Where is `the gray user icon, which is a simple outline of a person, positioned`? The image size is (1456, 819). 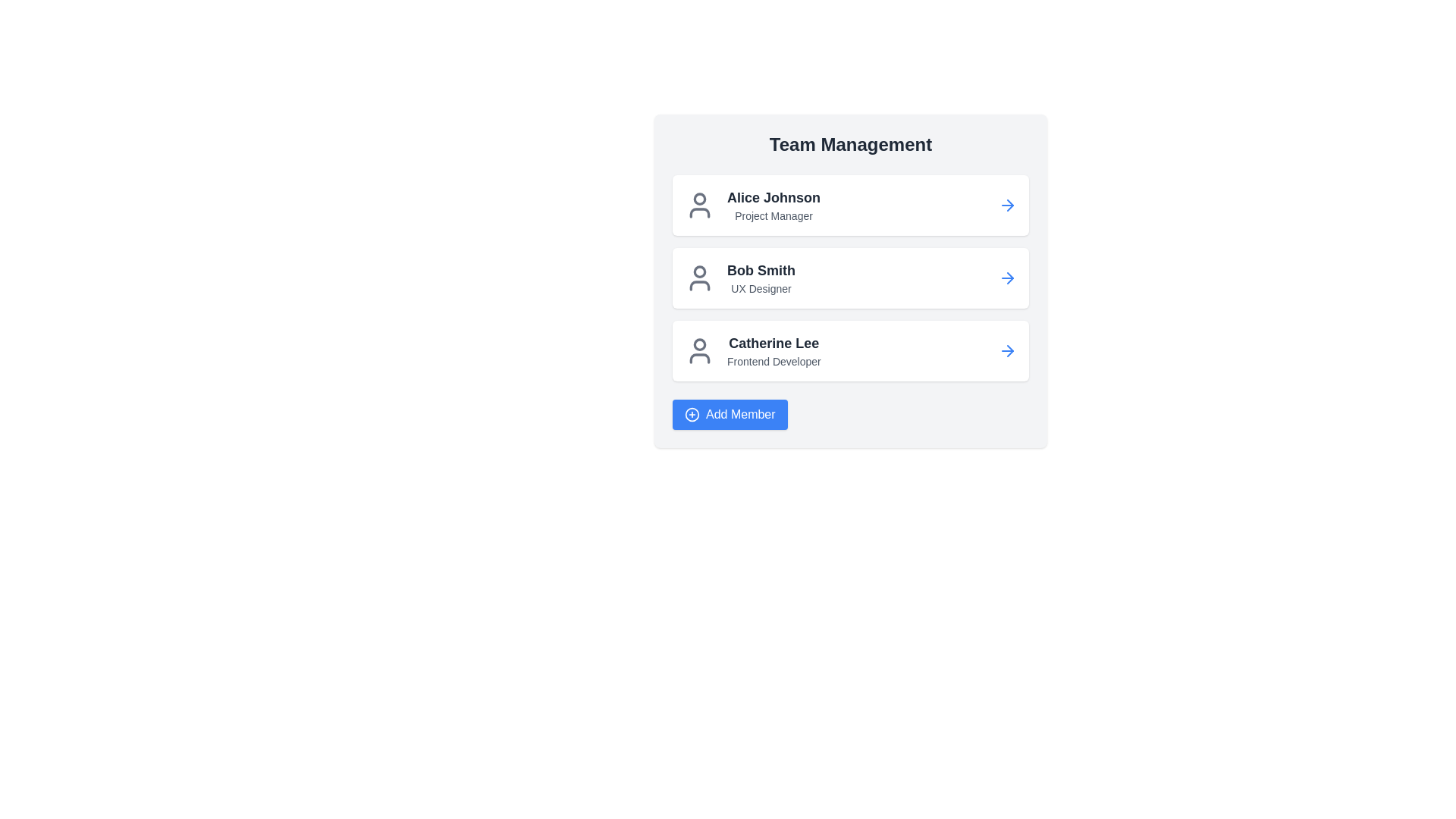 the gray user icon, which is a simple outline of a person, positioned is located at coordinates (698, 278).